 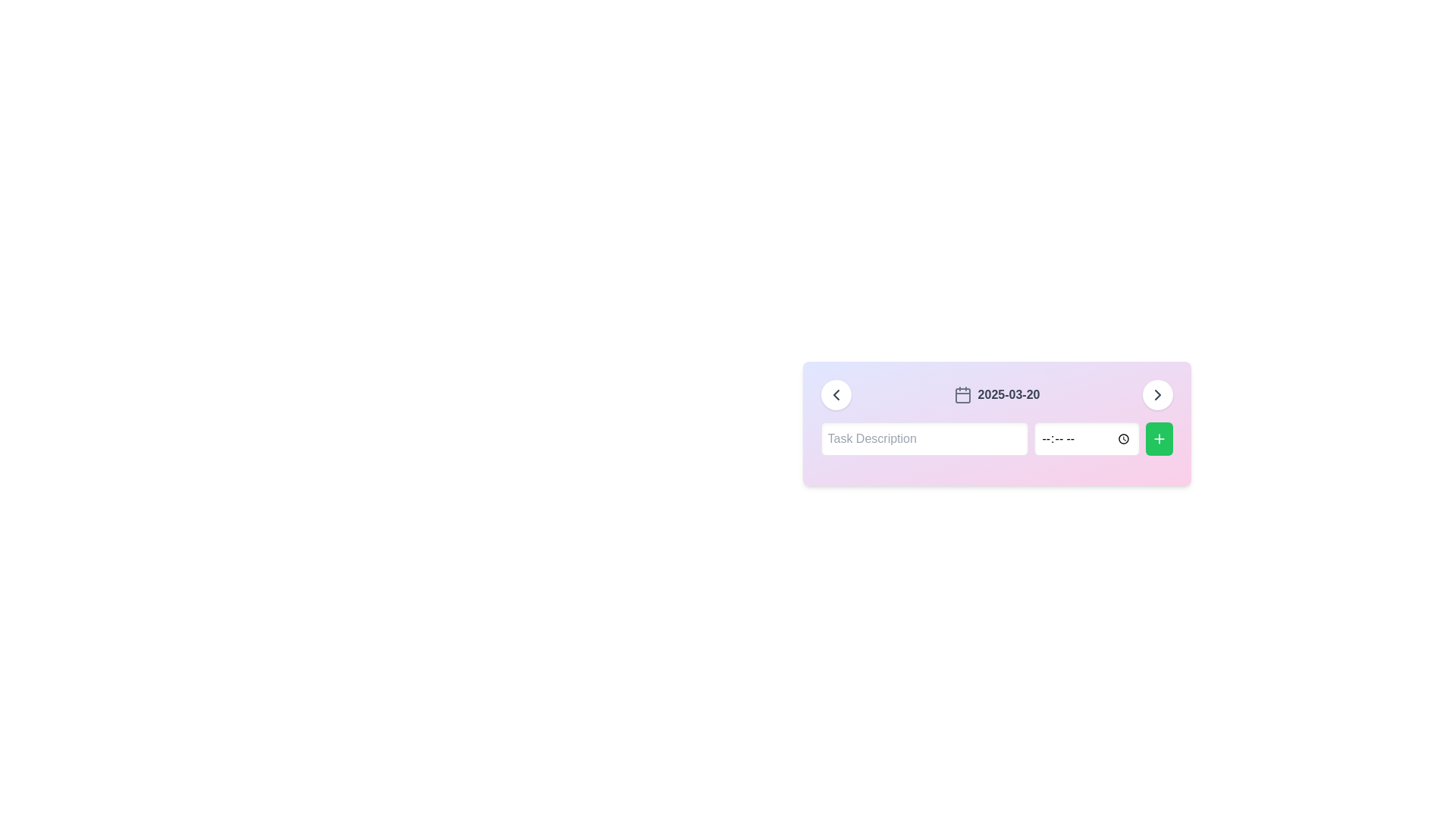 What do you see at coordinates (1156, 394) in the screenshot?
I see `the rightward chevron arrow icon located inside a rounded white button at the bottom-right corner of the interface for accessibility purposes` at bounding box center [1156, 394].